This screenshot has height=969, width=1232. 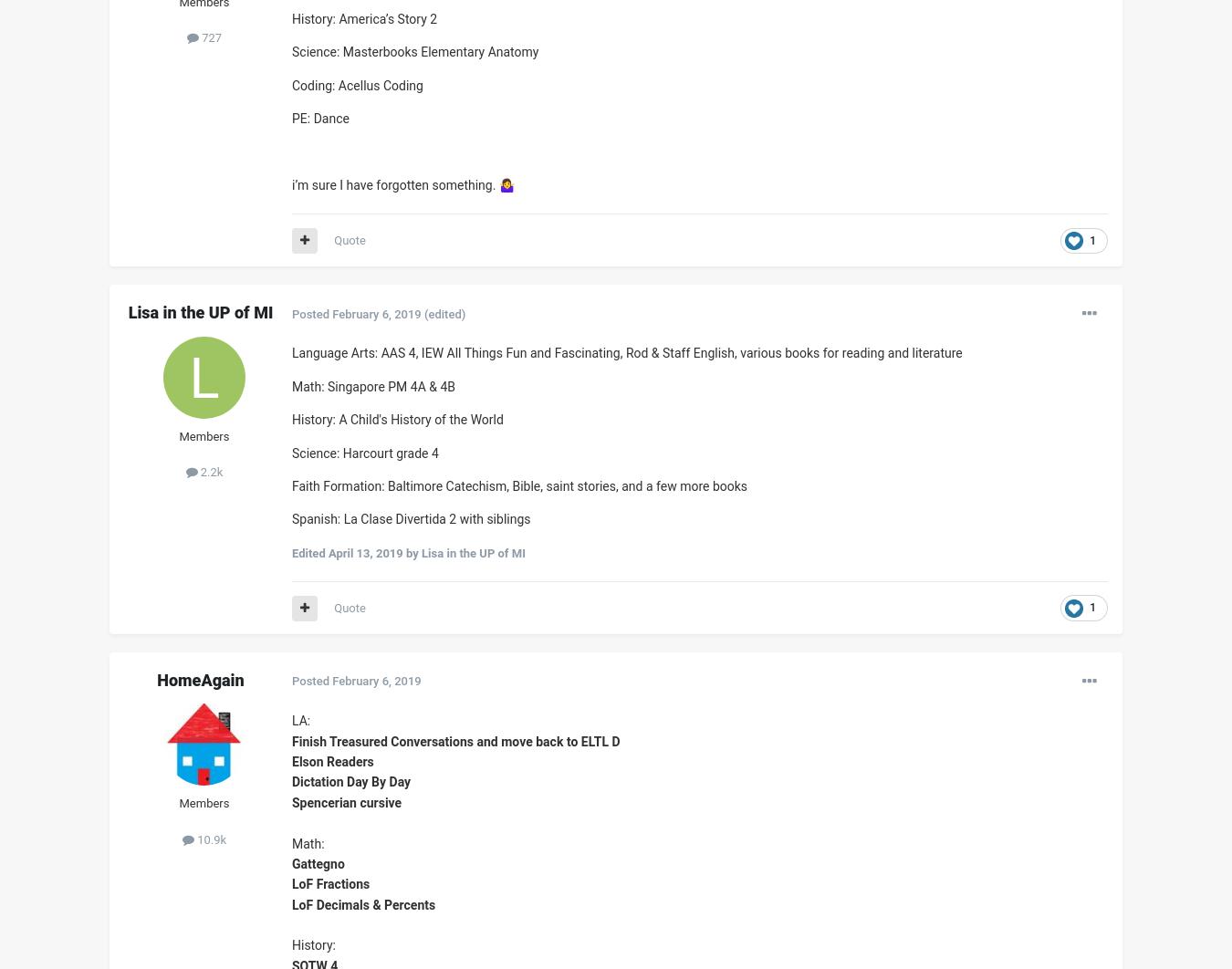 What do you see at coordinates (397, 418) in the screenshot?
I see `'History: A Child's History of the World'` at bounding box center [397, 418].